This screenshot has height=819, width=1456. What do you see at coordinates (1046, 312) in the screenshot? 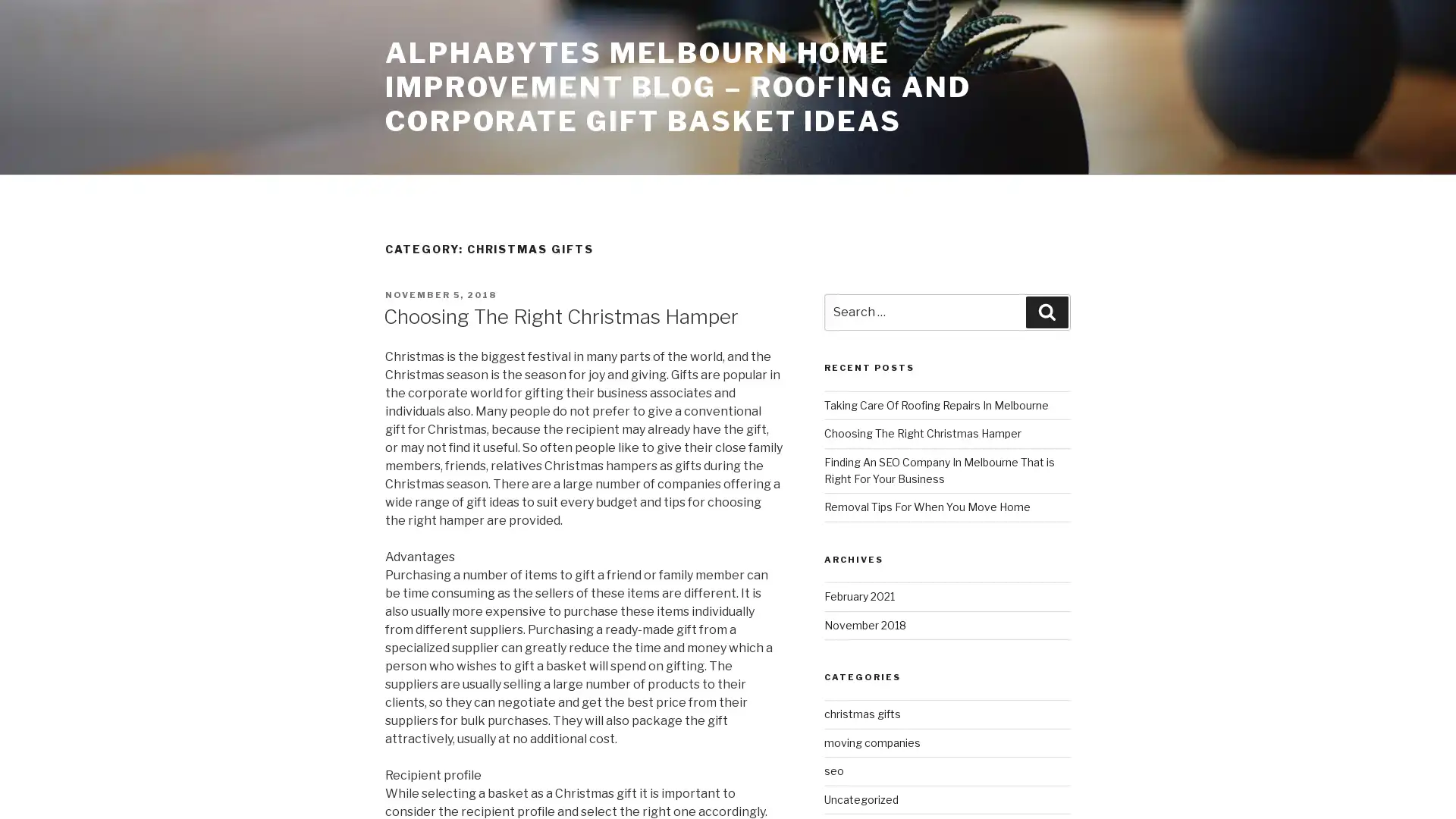
I see `Search` at bounding box center [1046, 312].